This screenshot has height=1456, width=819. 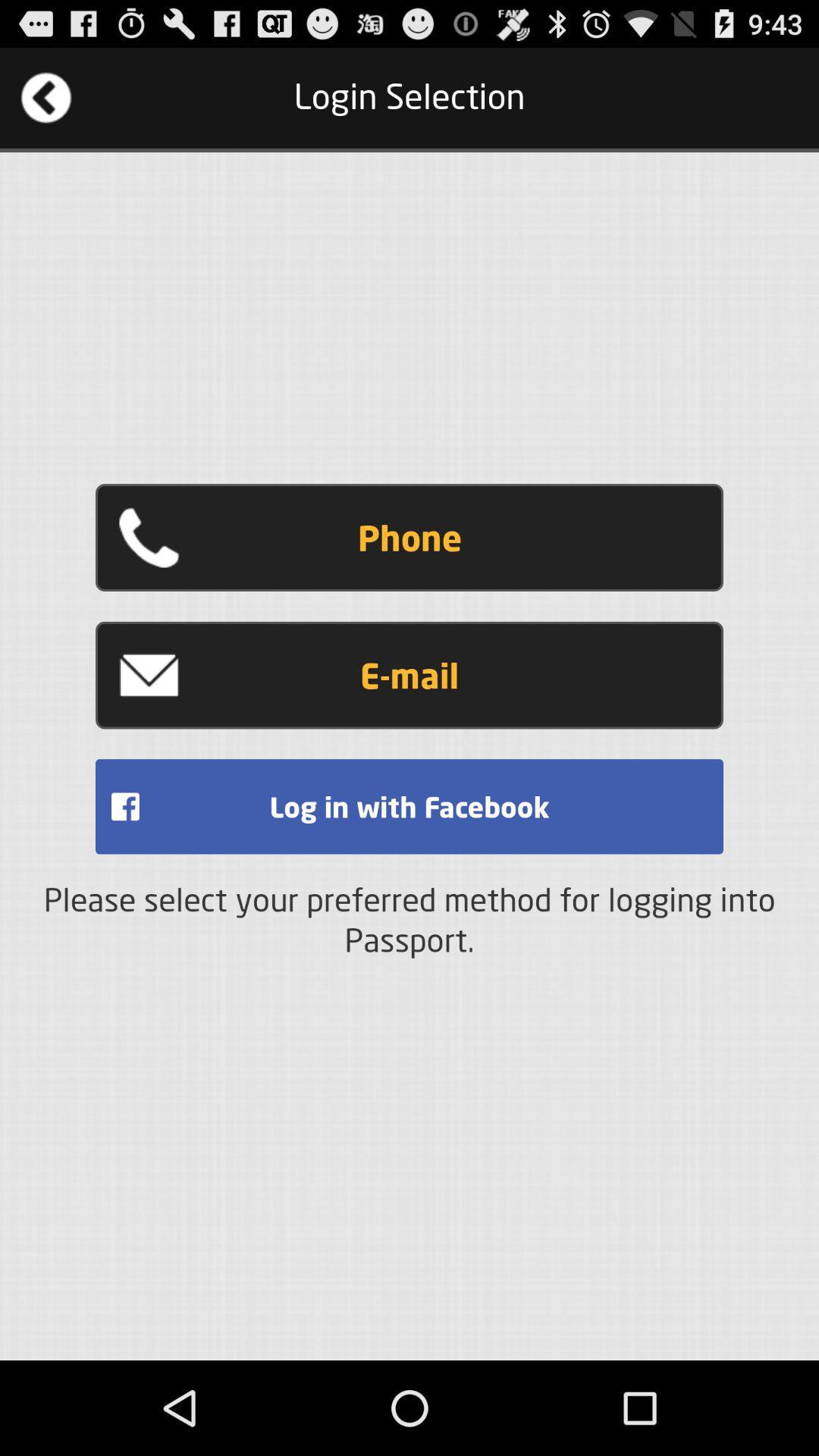 I want to click on button above e-mail icon, so click(x=409, y=538).